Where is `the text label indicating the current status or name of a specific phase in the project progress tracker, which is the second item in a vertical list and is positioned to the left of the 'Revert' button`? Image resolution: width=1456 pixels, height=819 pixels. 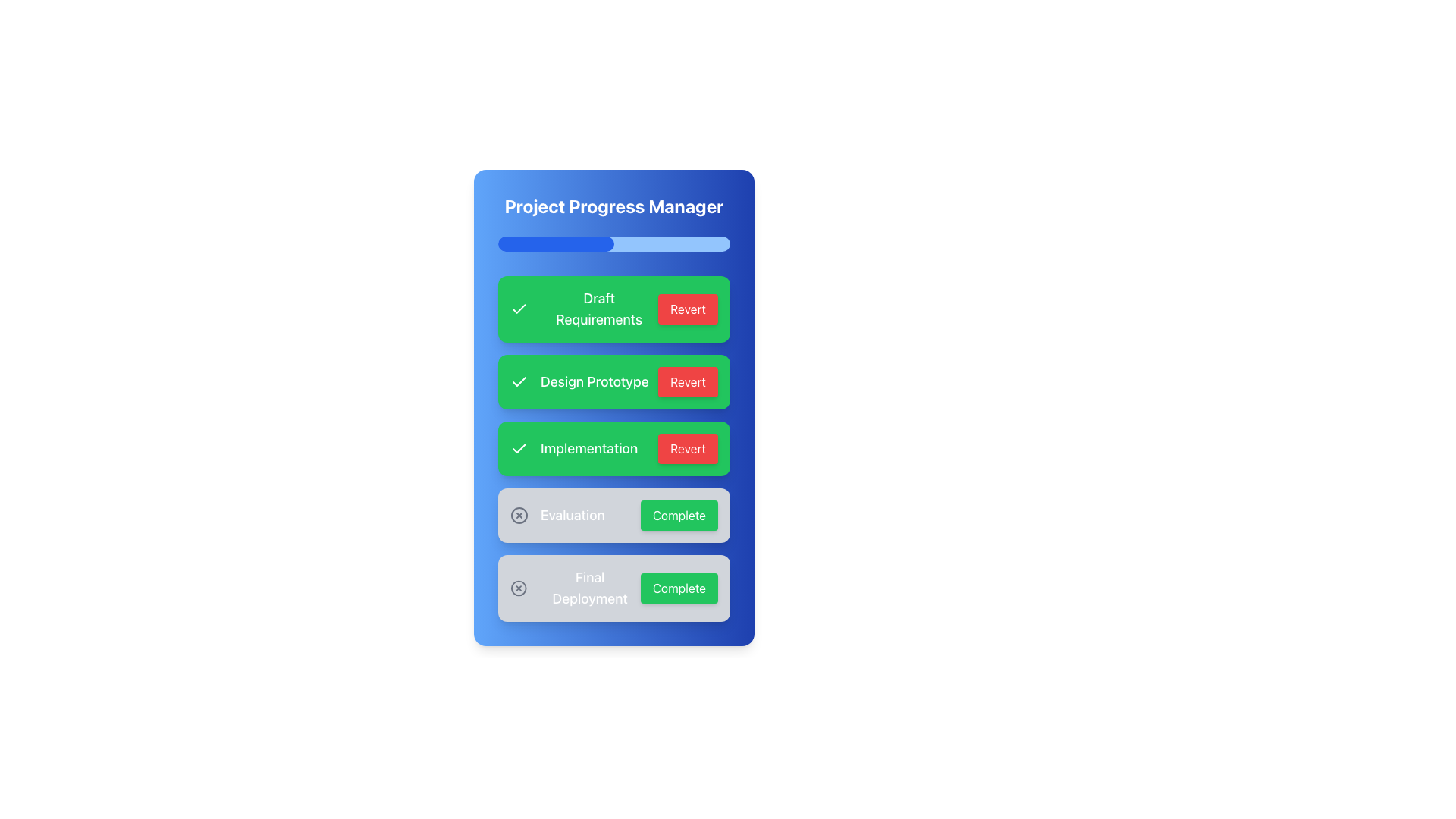 the text label indicating the current status or name of a specific phase in the project progress tracker, which is the second item in a vertical list and is positioned to the left of the 'Revert' button is located at coordinates (594, 381).